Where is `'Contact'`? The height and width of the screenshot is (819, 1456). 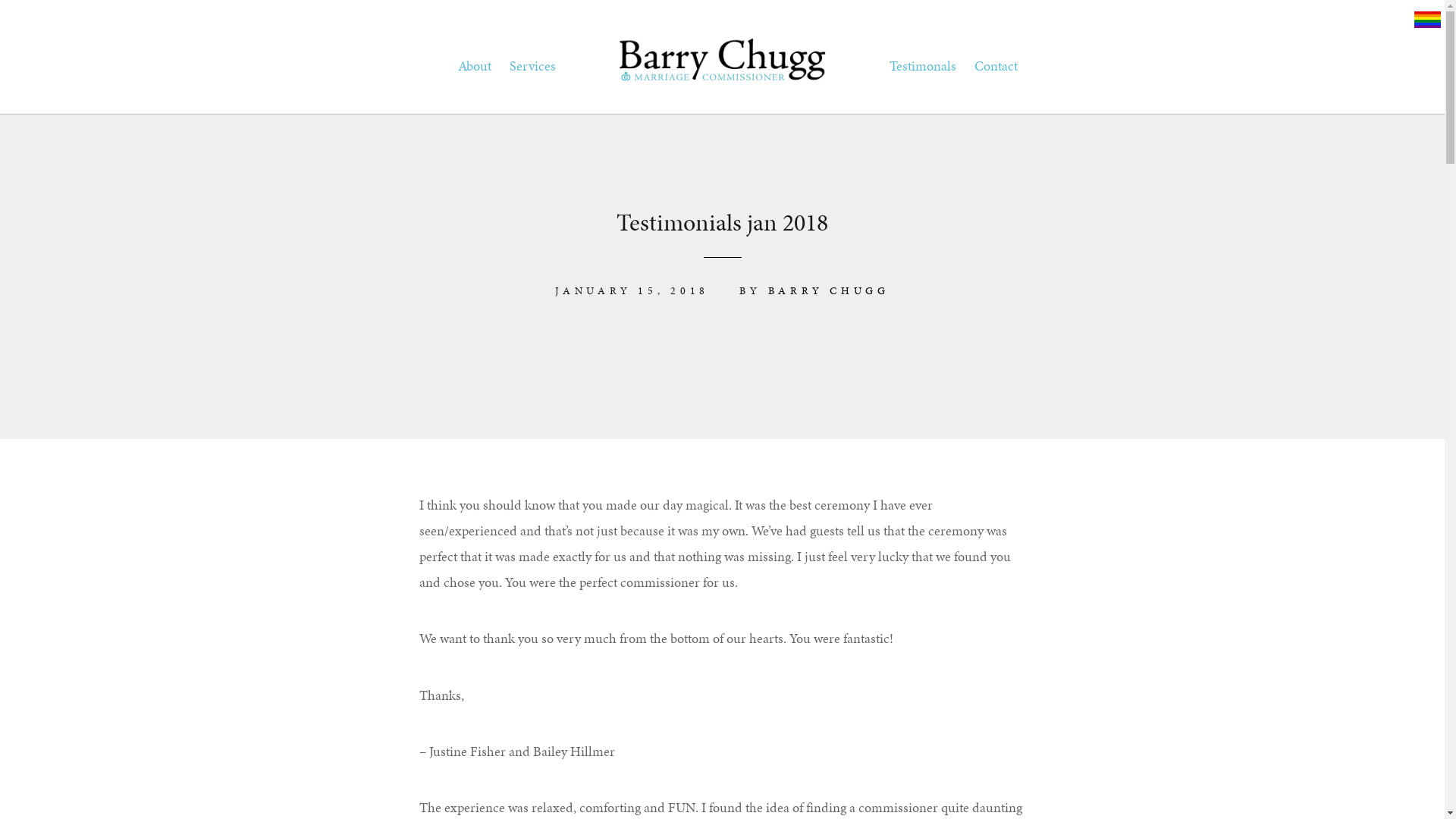 'Contact' is located at coordinates (995, 65).